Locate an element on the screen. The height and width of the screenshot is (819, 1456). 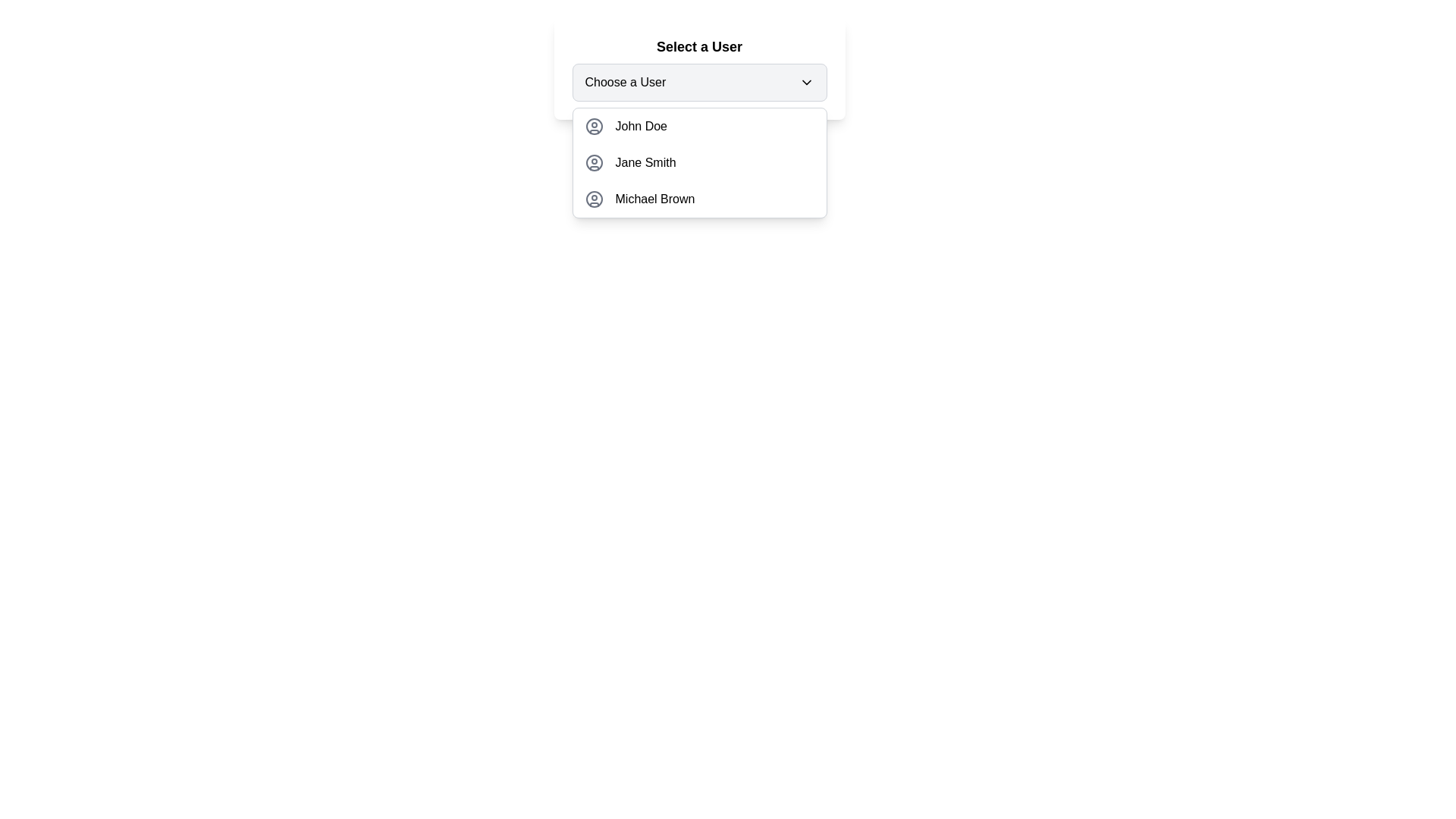
to select the user named 'Jane Smith' from the second row of the dropdown menu is located at coordinates (698, 163).